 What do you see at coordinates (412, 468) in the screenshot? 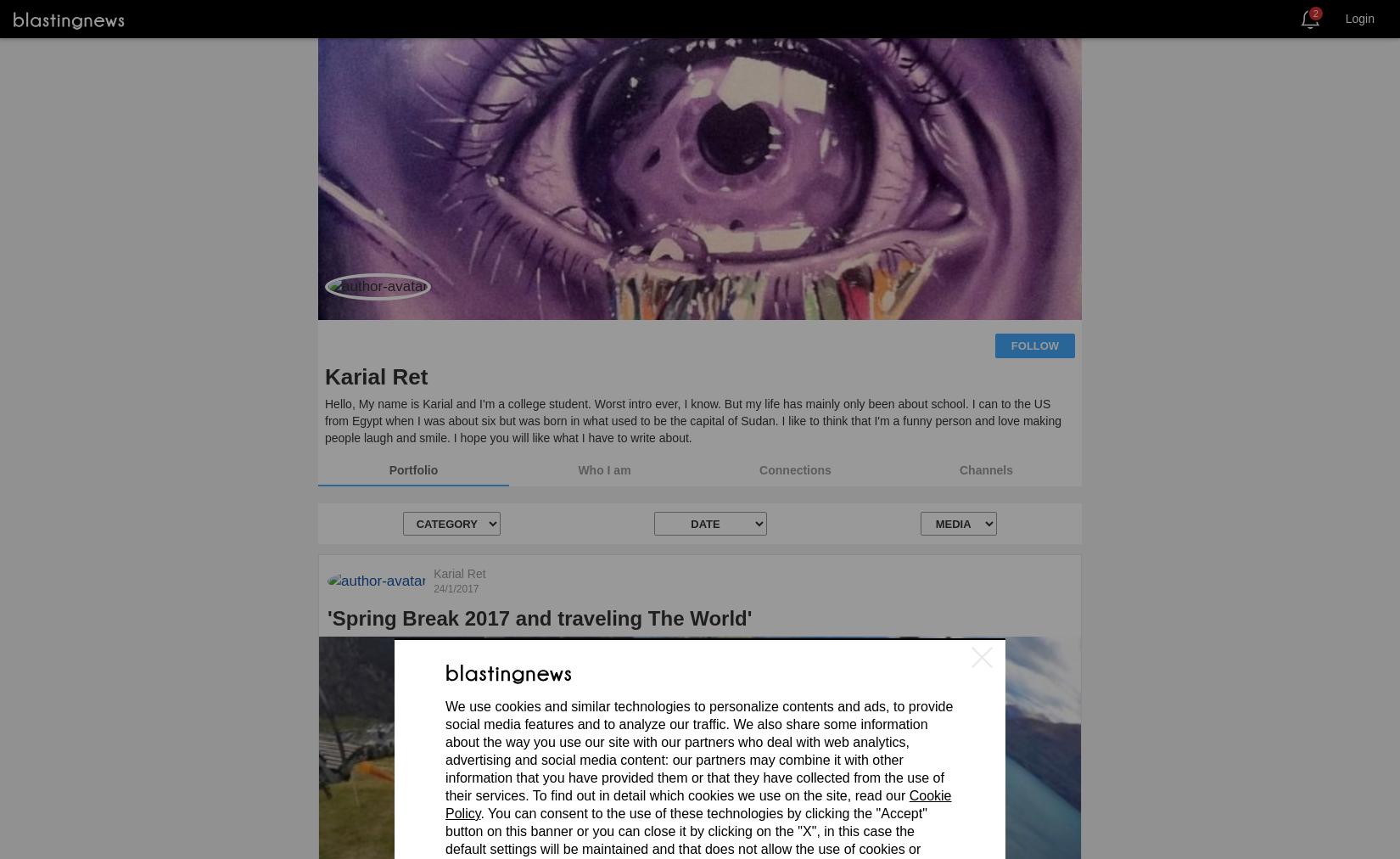
I see `'Portfolio'` at bounding box center [412, 468].